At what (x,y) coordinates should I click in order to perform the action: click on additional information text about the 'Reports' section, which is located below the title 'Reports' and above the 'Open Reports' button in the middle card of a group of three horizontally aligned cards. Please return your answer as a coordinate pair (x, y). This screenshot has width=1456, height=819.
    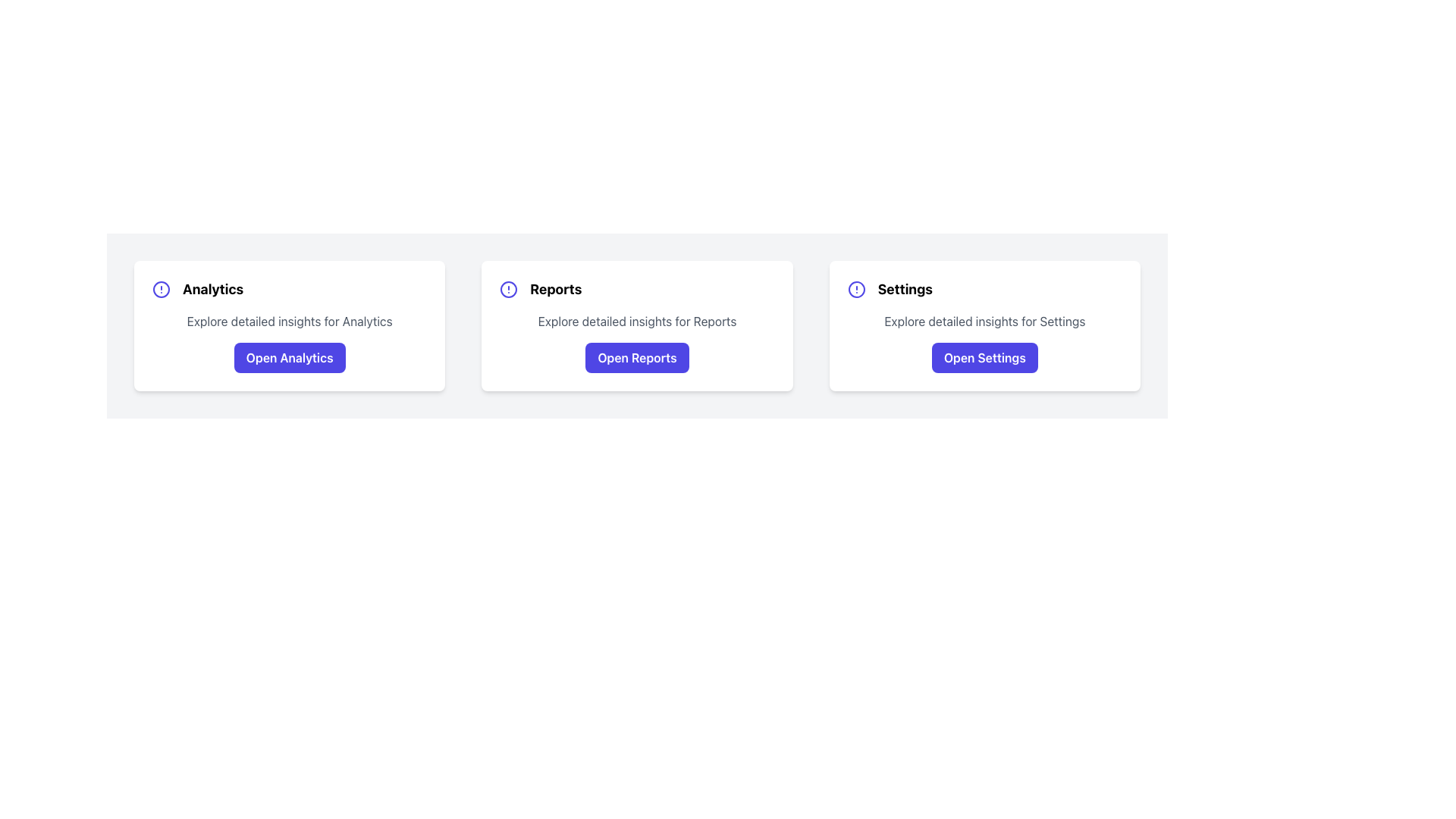
    Looking at the image, I should click on (637, 321).